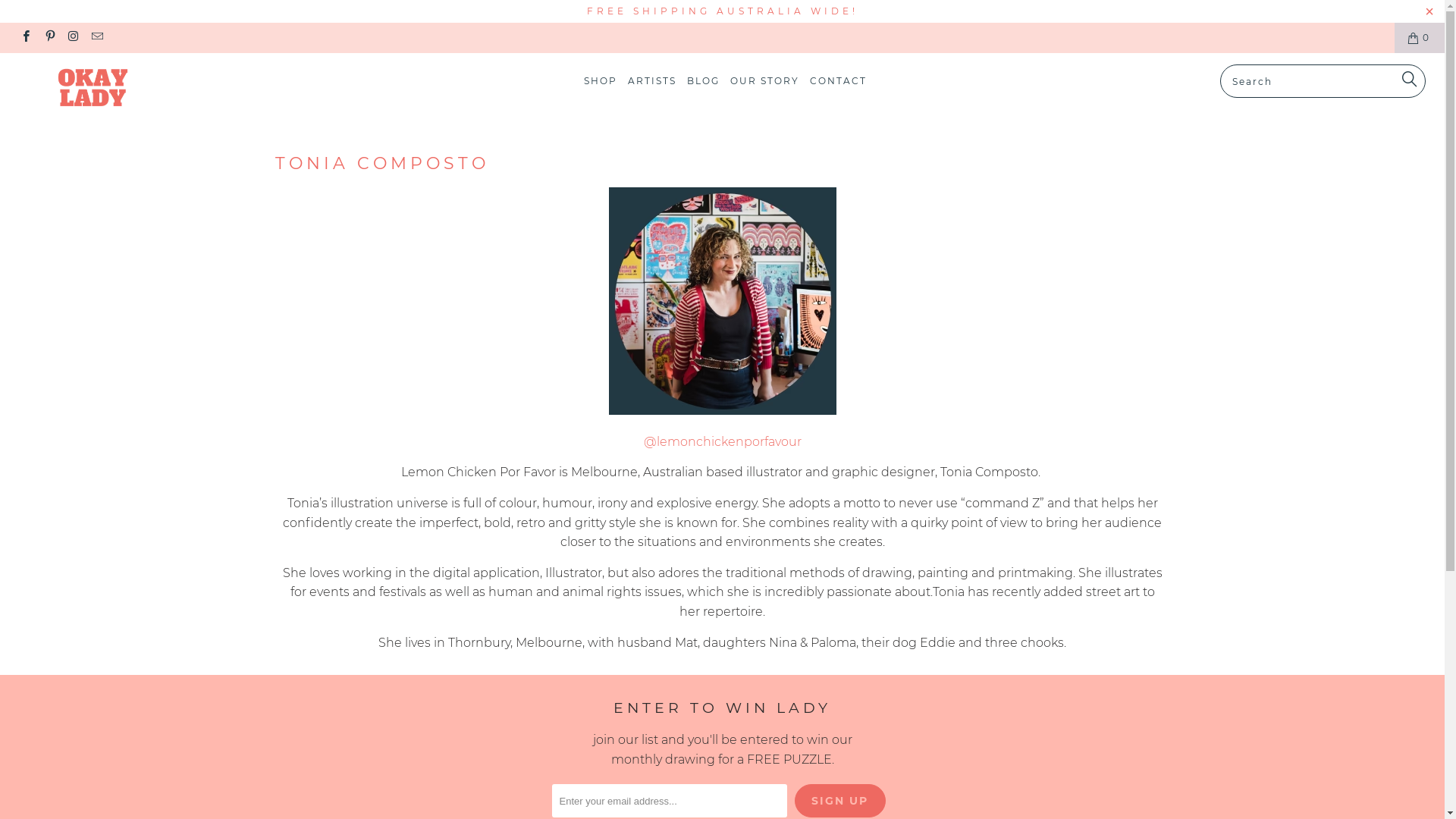  Describe the element at coordinates (72, 36) in the screenshot. I see `'Okay Lady on Instagram'` at that location.